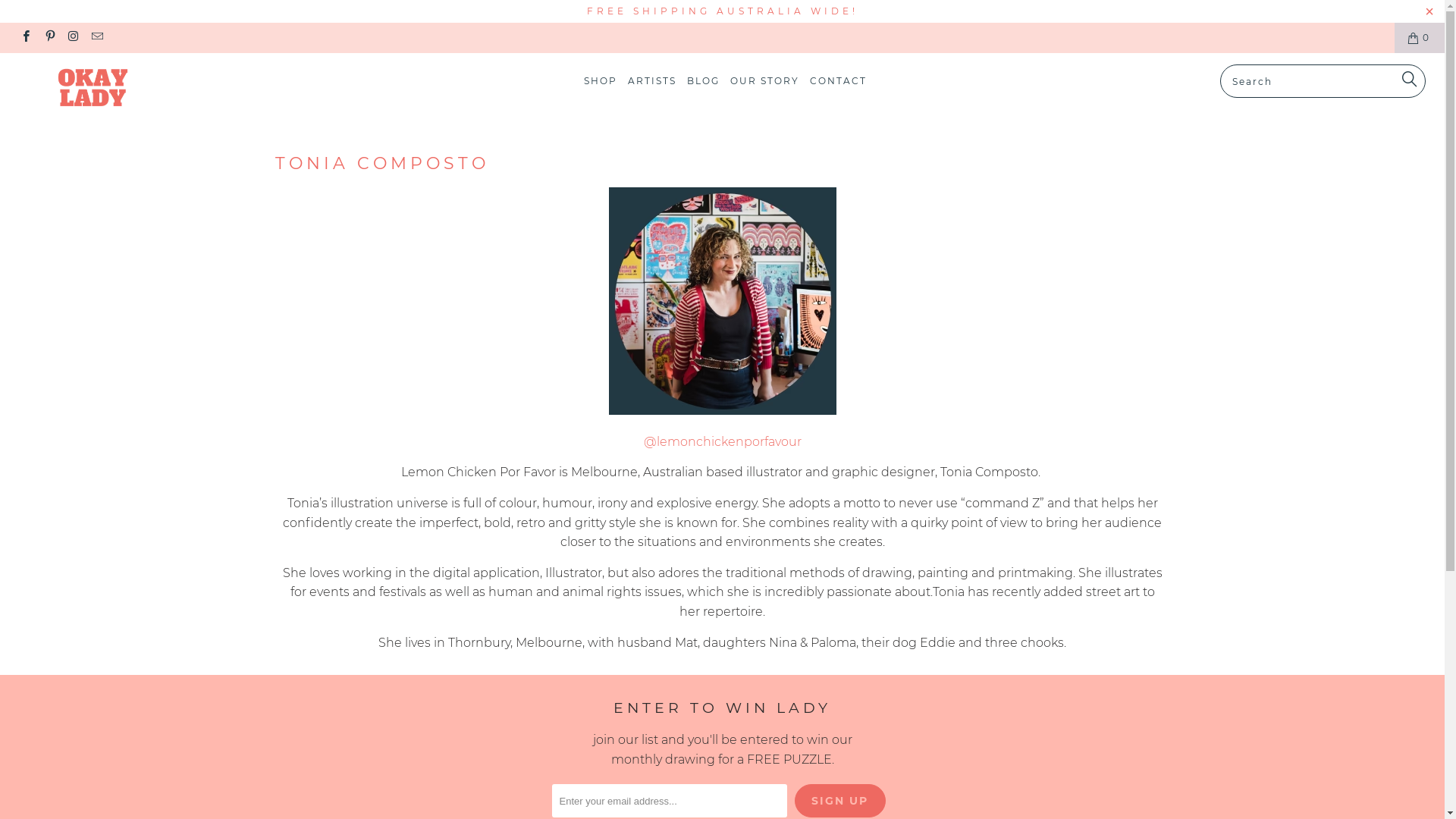  Describe the element at coordinates (72, 36) in the screenshot. I see `'Okay Lady on Instagram'` at that location.